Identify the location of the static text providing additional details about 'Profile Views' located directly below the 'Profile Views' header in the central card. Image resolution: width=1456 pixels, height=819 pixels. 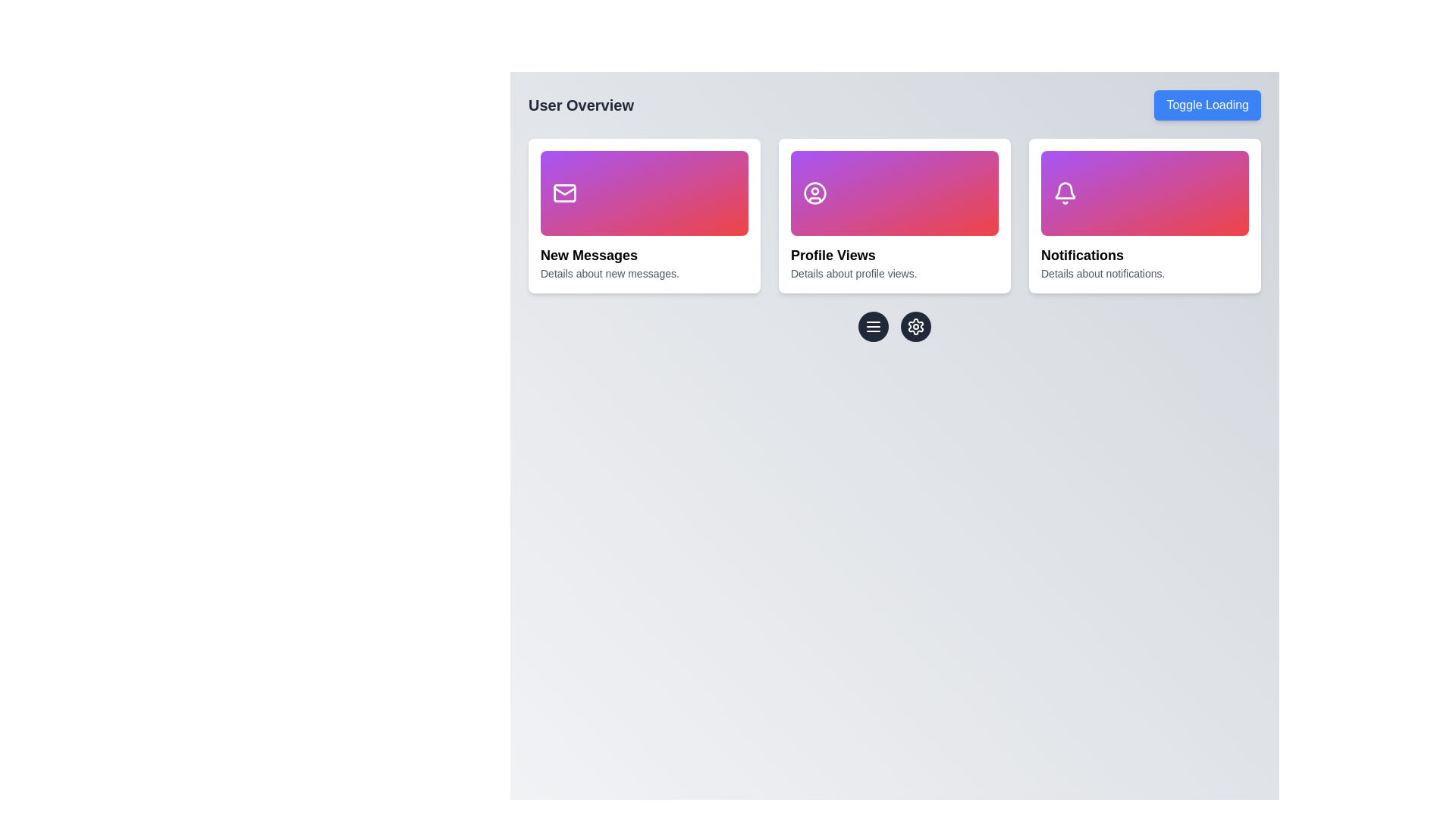
(854, 274).